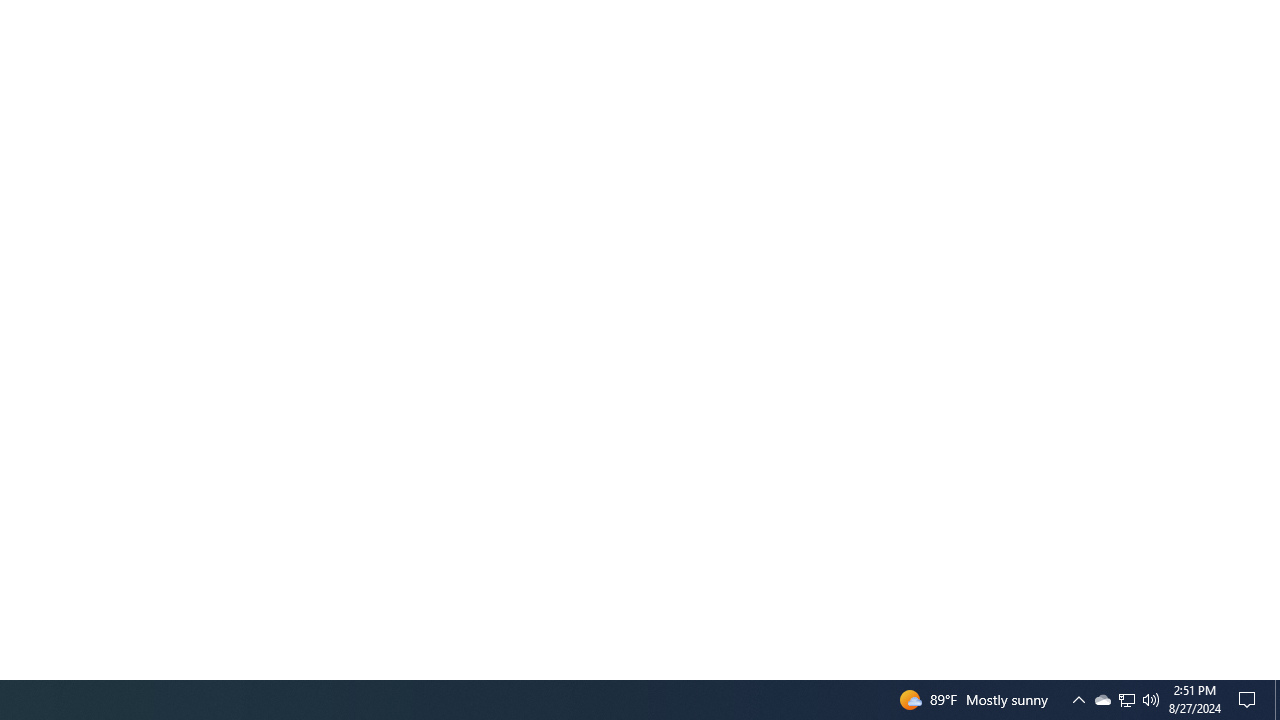  Describe the element at coordinates (1127, 698) in the screenshot. I see `'Q2790: 100%'` at that location.